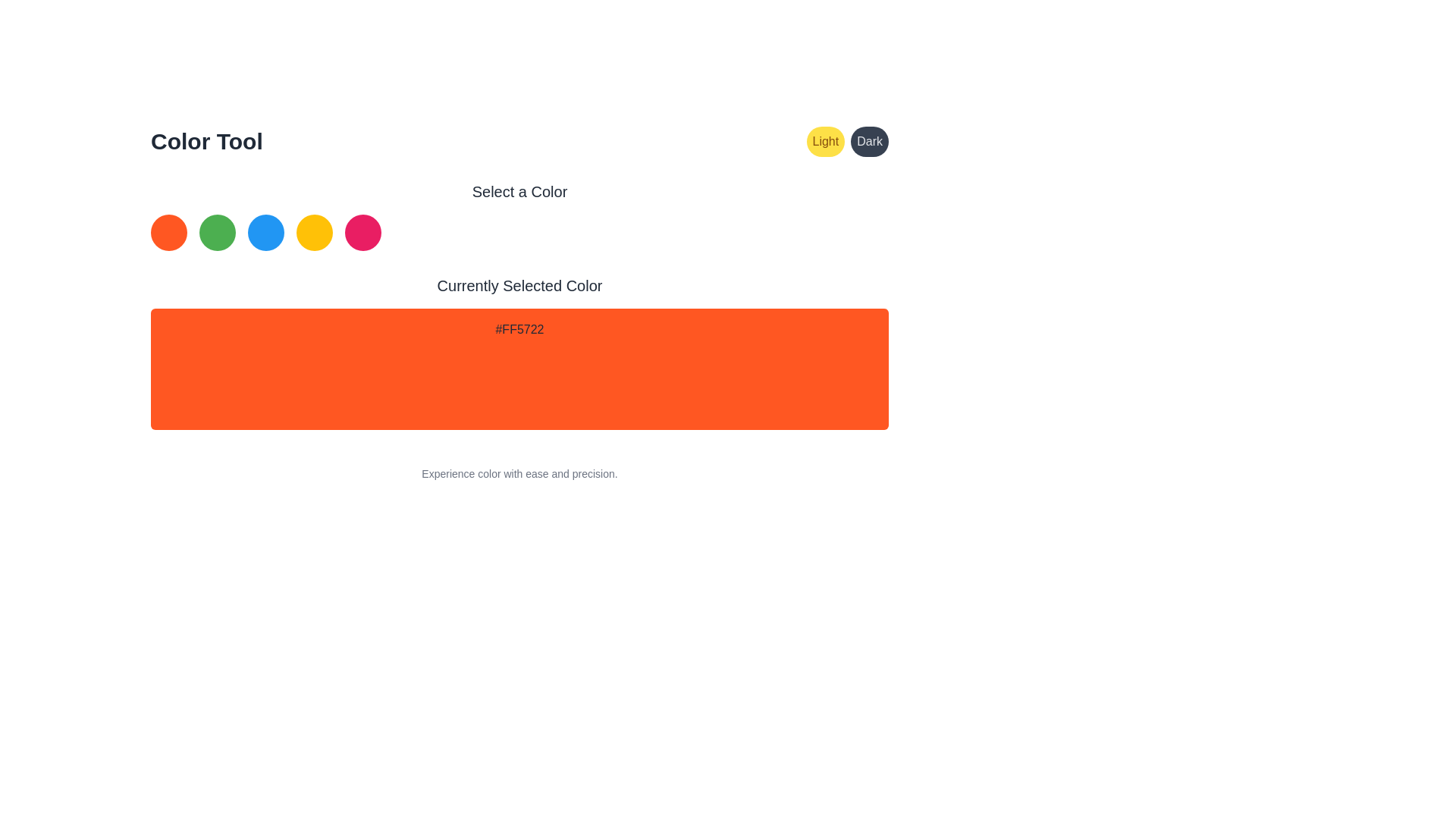 This screenshot has height=819, width=1456. Describe the element at coordinates (846, 141) in the screenshot. I see `the 'Light' button on the toggle switch located in the top-right corner of the 'Color Tool' section` at that location.